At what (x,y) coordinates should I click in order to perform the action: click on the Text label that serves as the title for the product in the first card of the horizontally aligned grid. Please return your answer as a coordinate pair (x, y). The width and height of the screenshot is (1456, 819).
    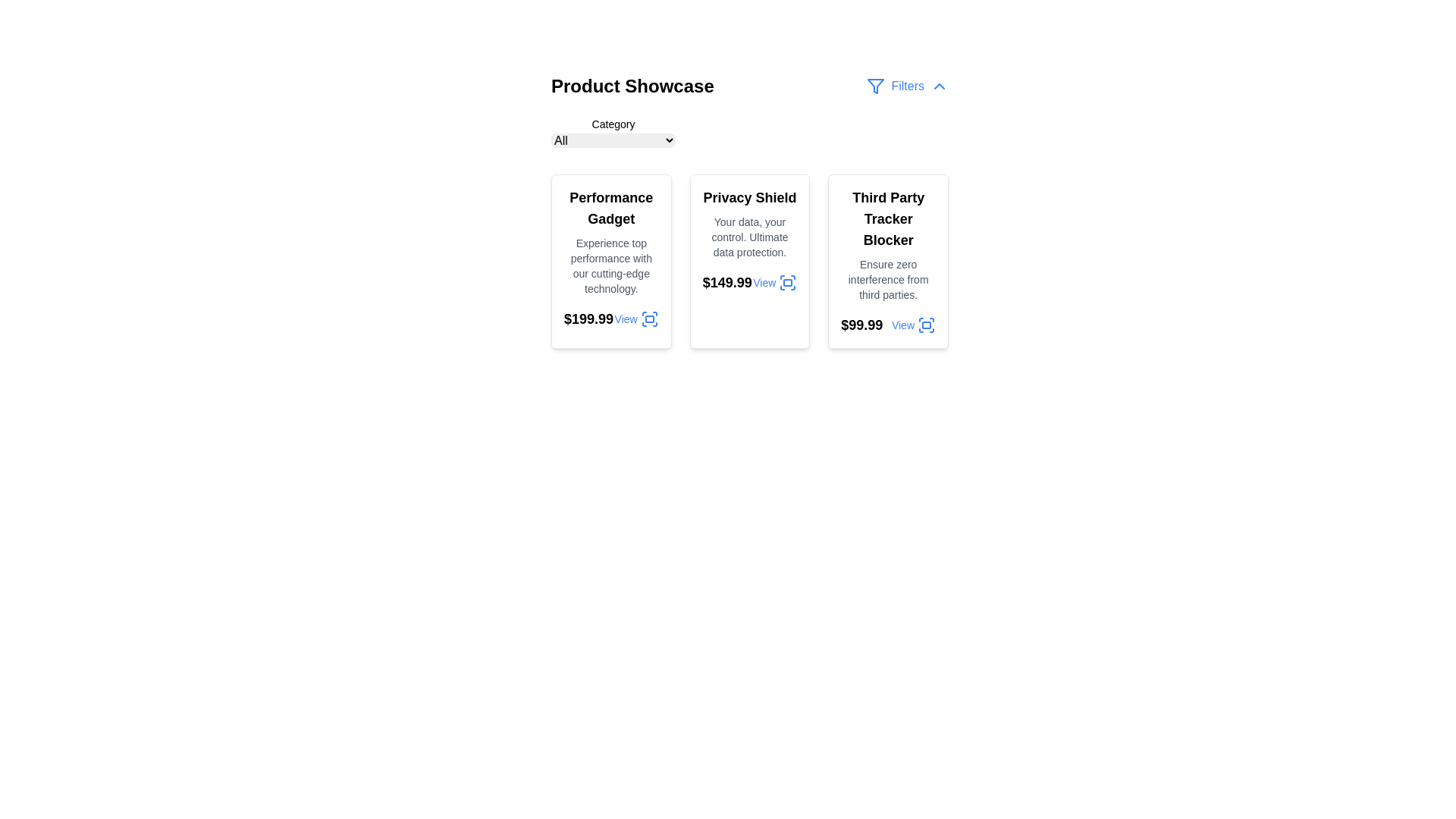
    Looking at the image, I should click on (611, 208).